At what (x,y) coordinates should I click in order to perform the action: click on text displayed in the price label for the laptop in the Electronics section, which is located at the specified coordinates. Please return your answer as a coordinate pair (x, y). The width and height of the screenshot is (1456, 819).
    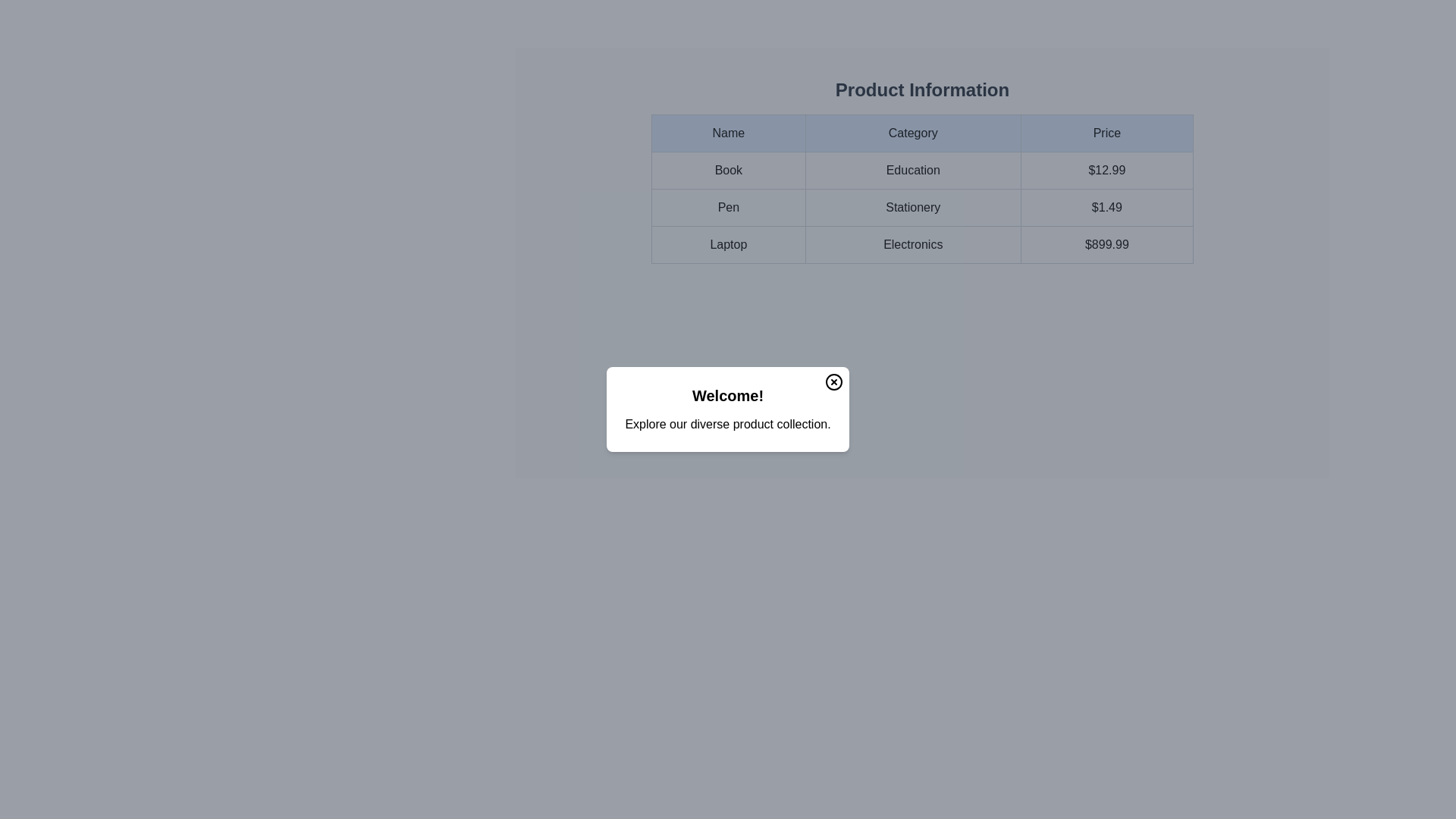
    Looking at the image, I should click on (1106, 244).